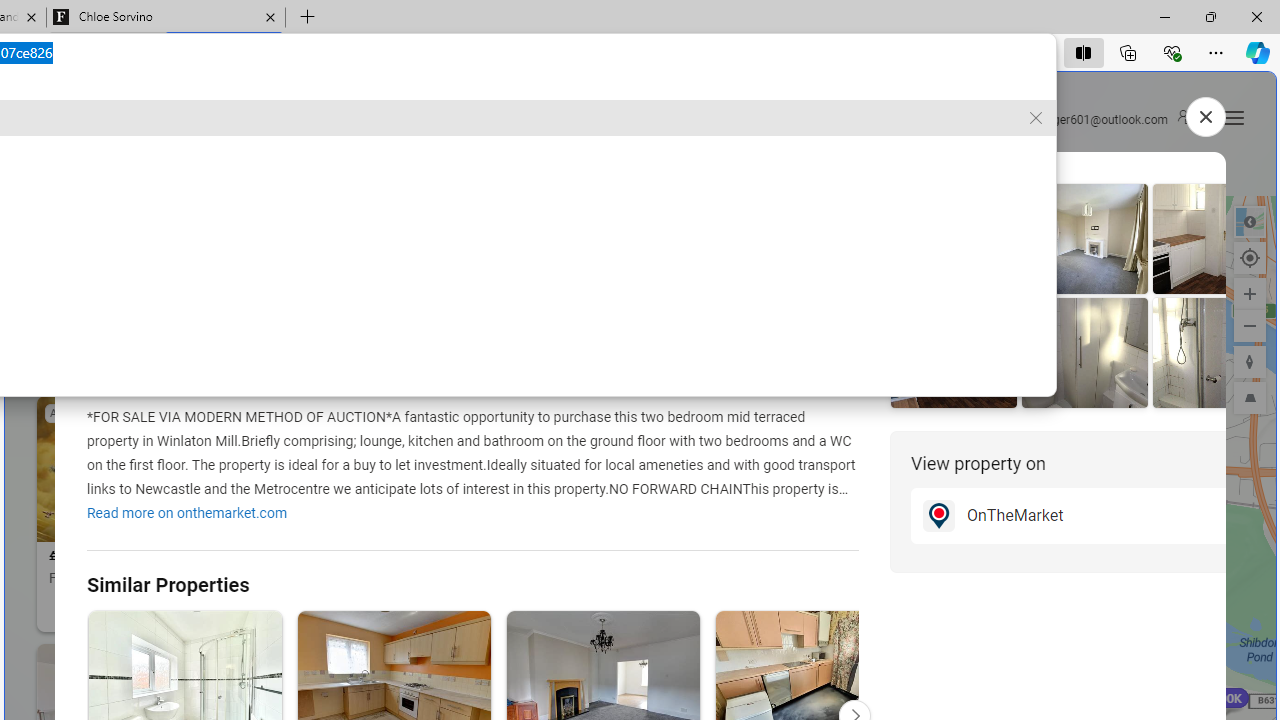 This screenshot has width=1280, height=720. I want to click on 'Remove suggestion', so click(1036, 118).